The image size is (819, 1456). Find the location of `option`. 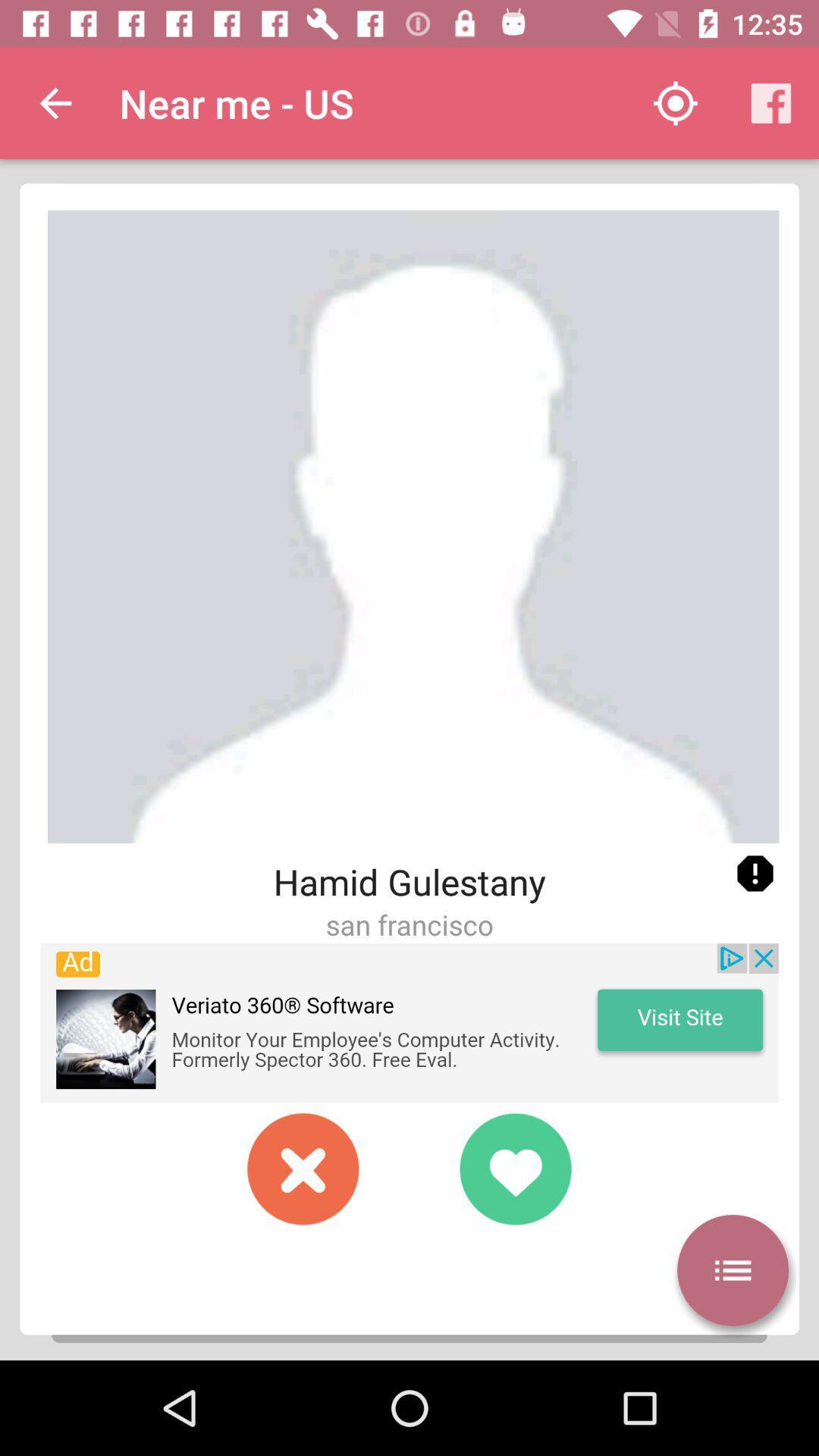

option is located at coordinates (303, 1168).